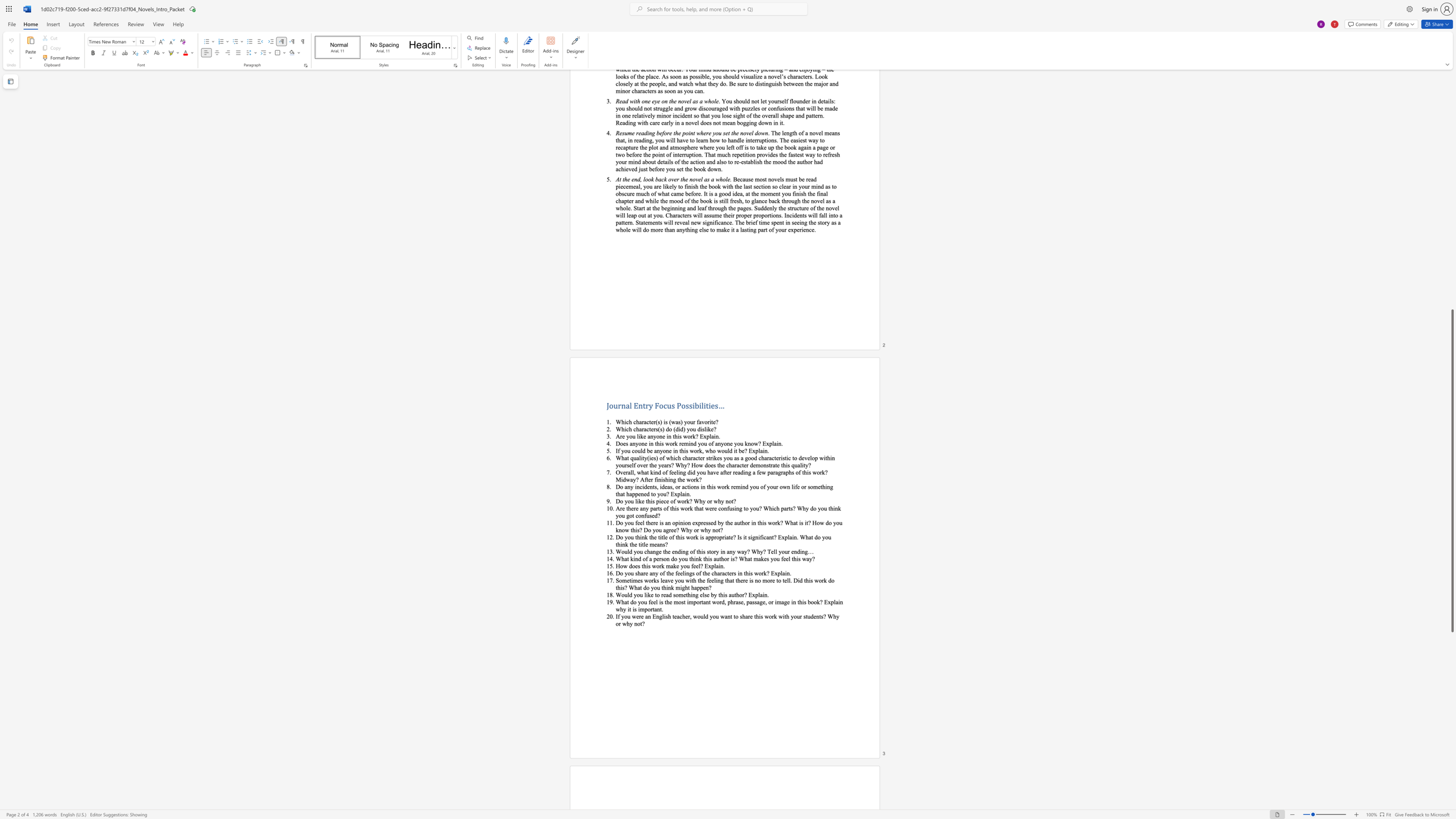  Describe the element at coordinates (1451, 83) in the screenshot. I see `the scrollbar to slide the page up` at that location.